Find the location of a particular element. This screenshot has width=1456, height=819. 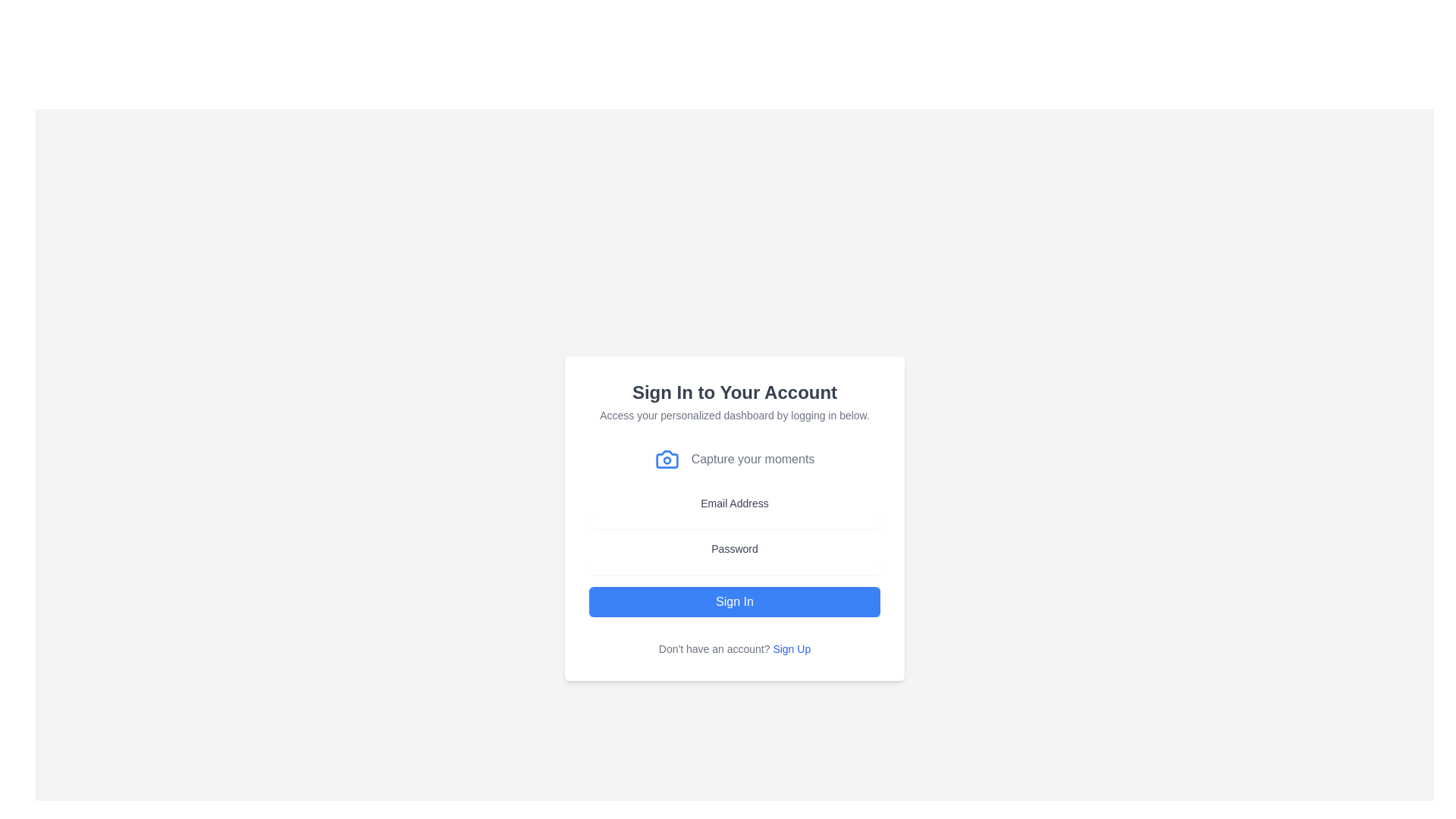

the descriptive text element containing the blue camera icon and the phrase 'Capture your moments', located below the subtitle and above the form fields is located at coordinates (735, 458).